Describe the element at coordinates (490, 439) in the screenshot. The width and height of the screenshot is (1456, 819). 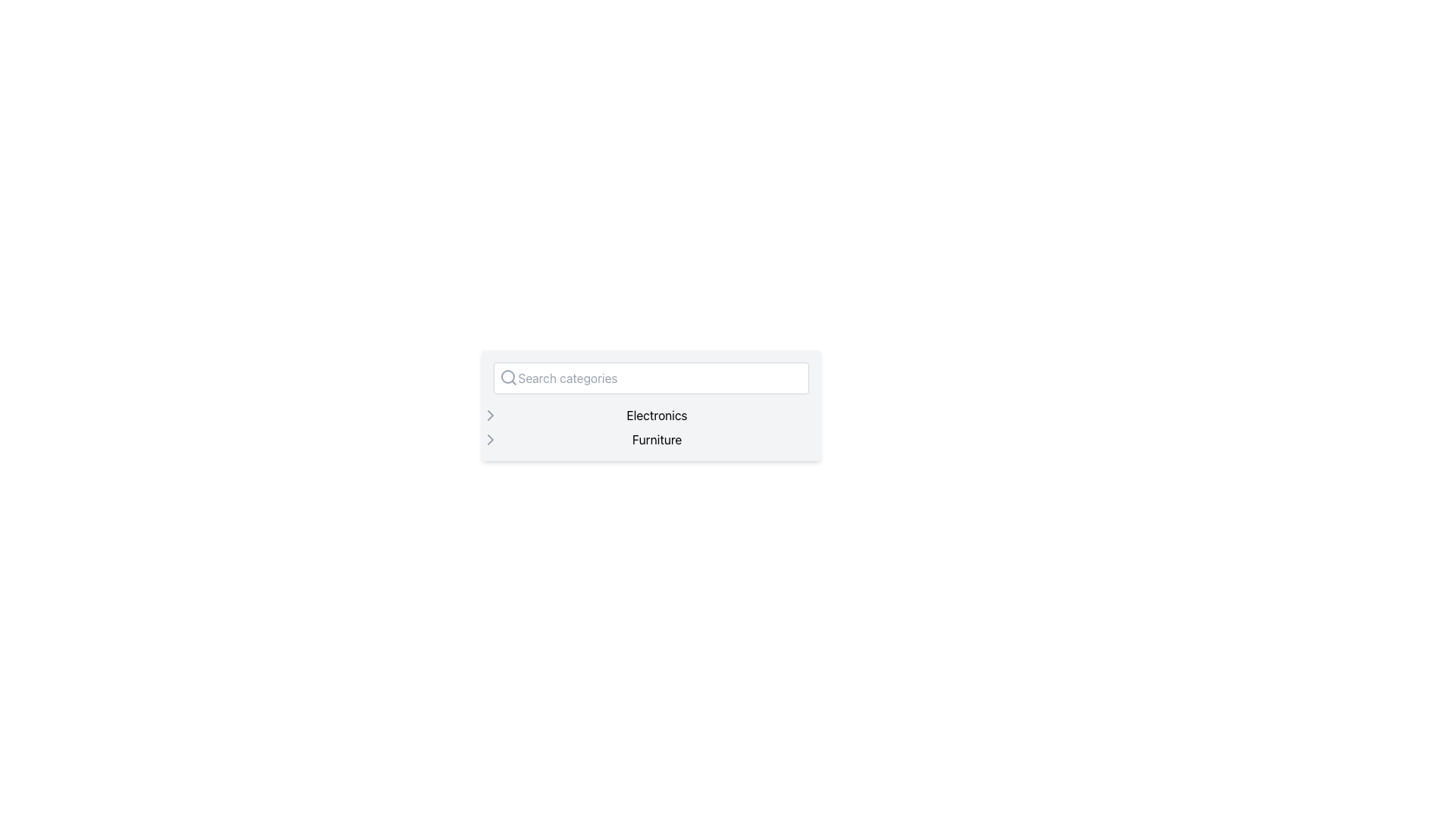
I see `the right-pointing chevron-shaped Navigation Icon (Chevron) adjacent to the 'Electronics' text` at that location.